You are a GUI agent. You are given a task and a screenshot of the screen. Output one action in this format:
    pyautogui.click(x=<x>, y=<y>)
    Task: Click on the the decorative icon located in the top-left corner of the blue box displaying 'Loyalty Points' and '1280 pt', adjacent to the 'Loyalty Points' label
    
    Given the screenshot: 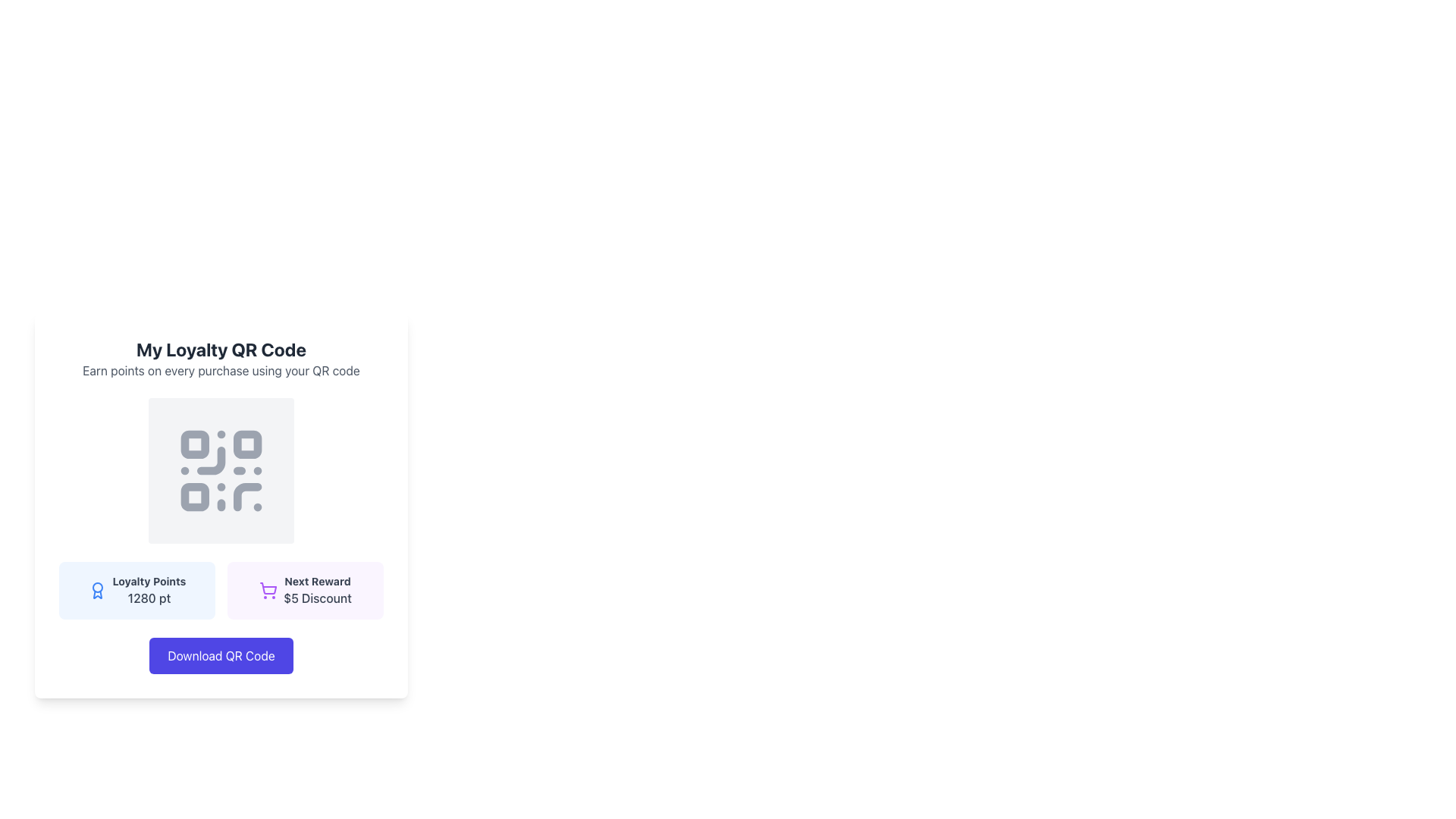 What is the action you would take?
    pyautogui.click(x=96, y=590)
    